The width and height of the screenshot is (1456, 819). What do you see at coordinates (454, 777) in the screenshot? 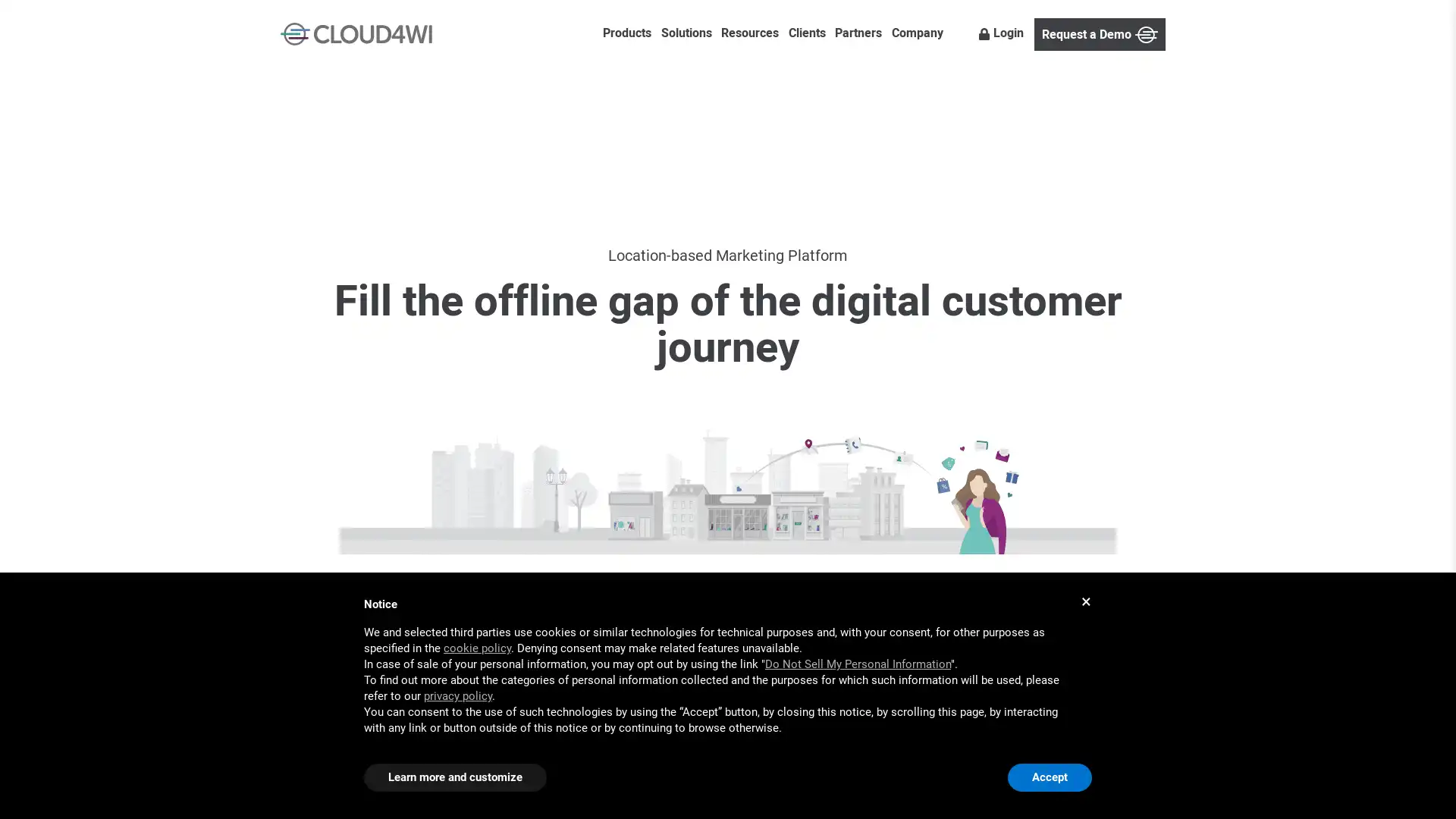
I see `Learn more and customize` at bounding box center [454, 777].